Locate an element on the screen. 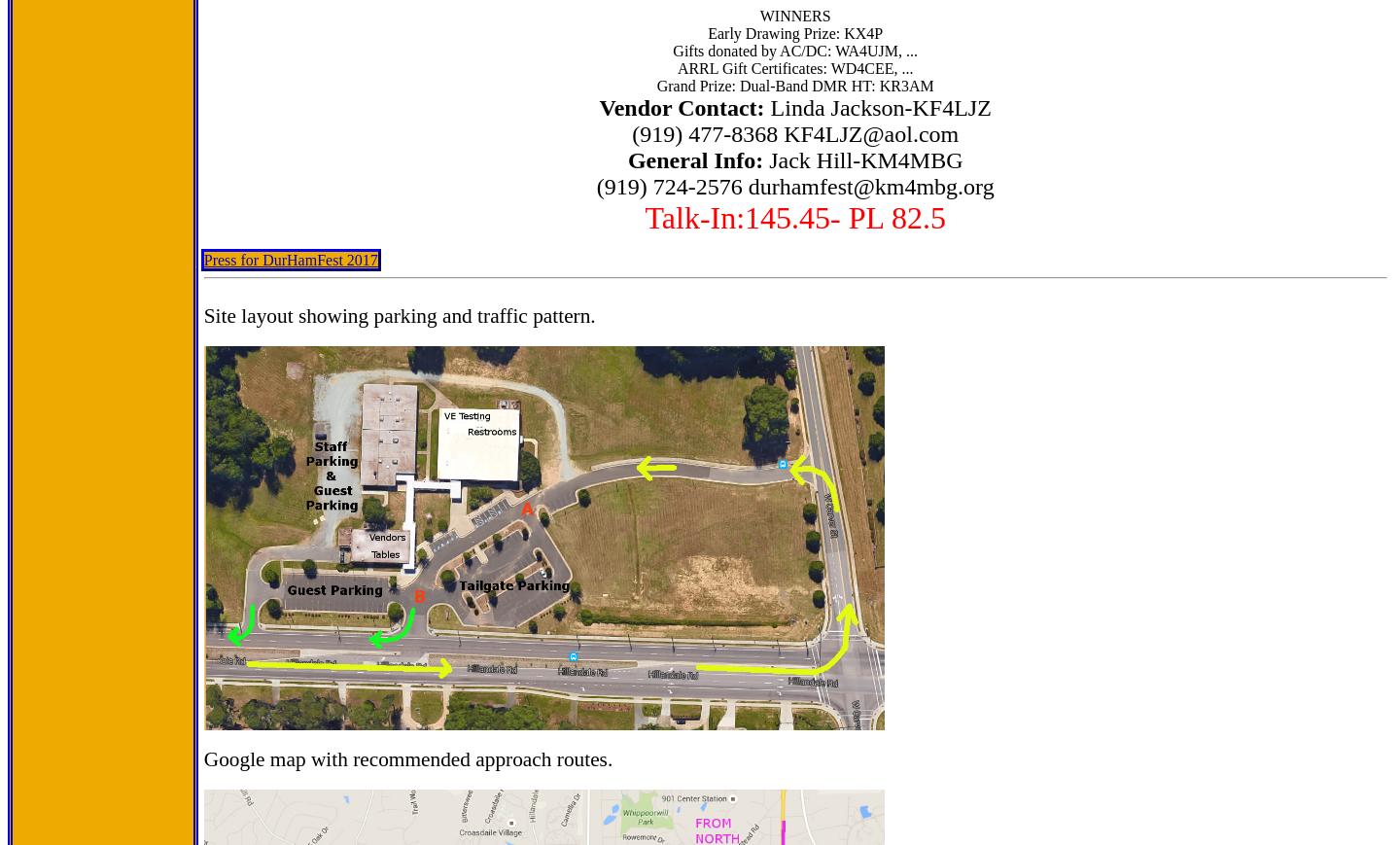 The image size is (1400, 845). 'Early Drawing Prize: KX4P' is located at coordinates (795, 32).